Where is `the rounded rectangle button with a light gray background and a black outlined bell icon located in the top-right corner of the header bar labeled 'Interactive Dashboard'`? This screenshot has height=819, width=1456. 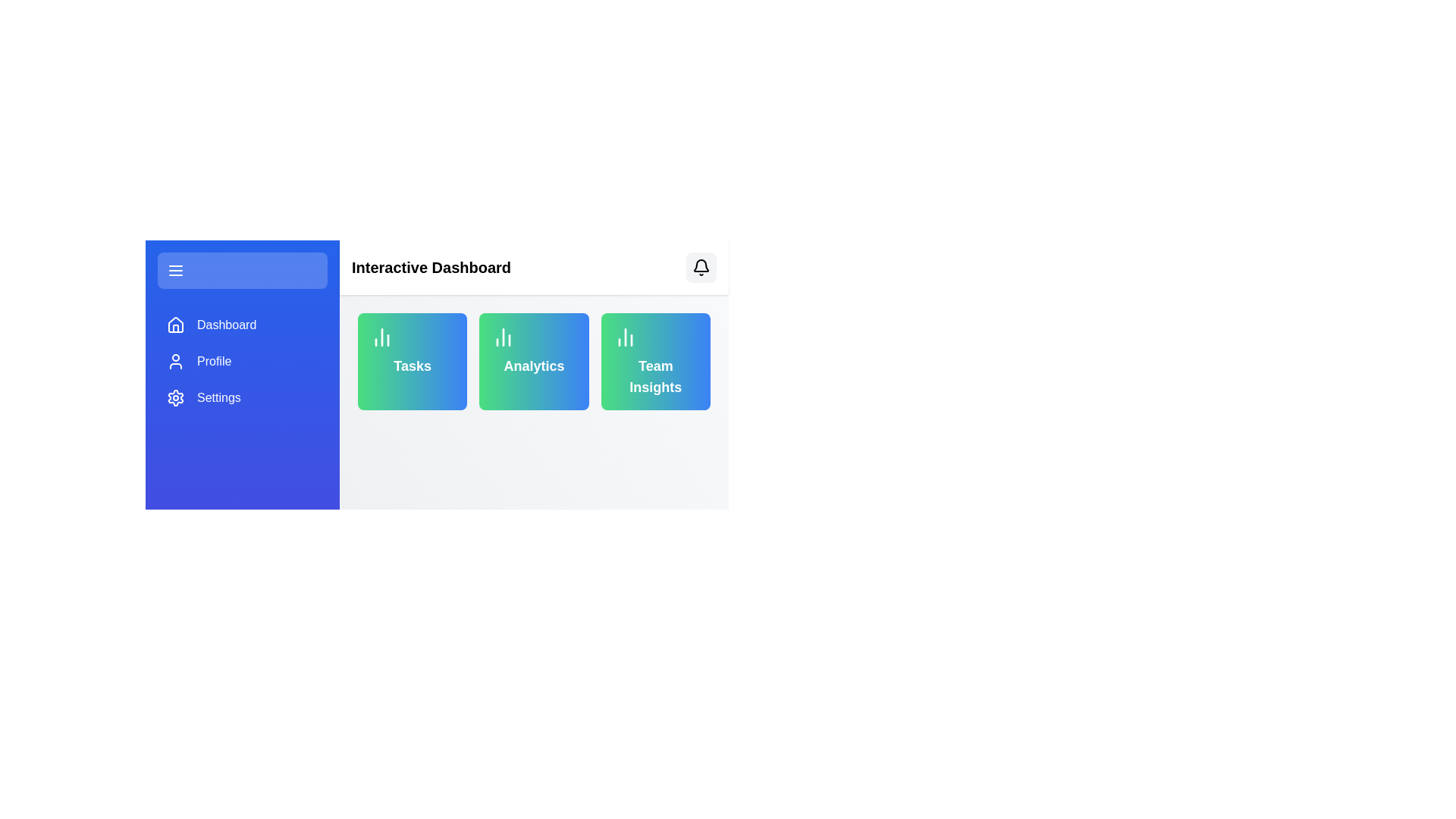 the rounded rectangle button with a light gray background and a black outlined bell icon located in the top-right corner of the header bar labeled 'Interactive Dashboard' is located at coordinates (701, 267).